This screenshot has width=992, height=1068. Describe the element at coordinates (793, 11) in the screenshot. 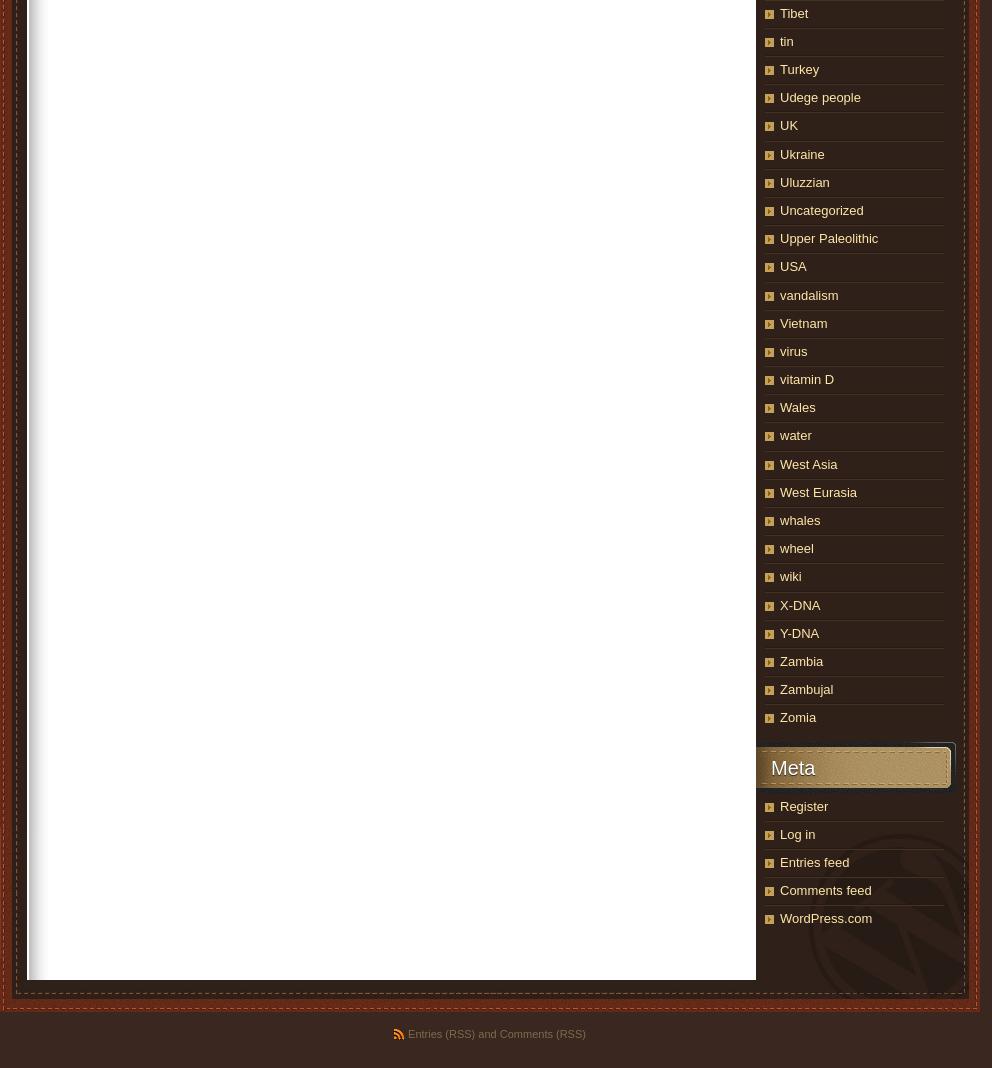

I see `'Tibet'` at that location.